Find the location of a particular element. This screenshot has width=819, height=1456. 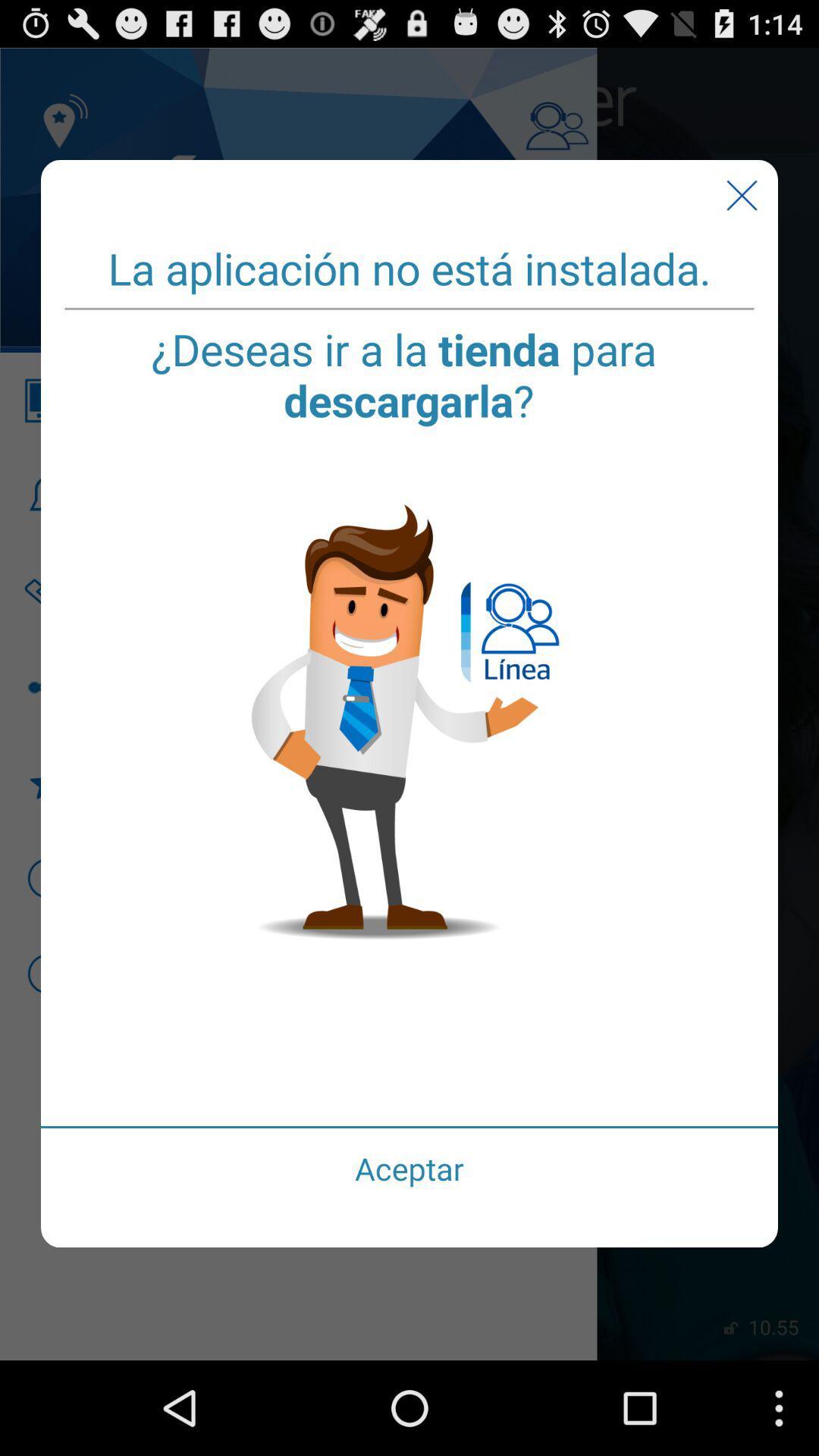

out is located at coordinates (741, 195).